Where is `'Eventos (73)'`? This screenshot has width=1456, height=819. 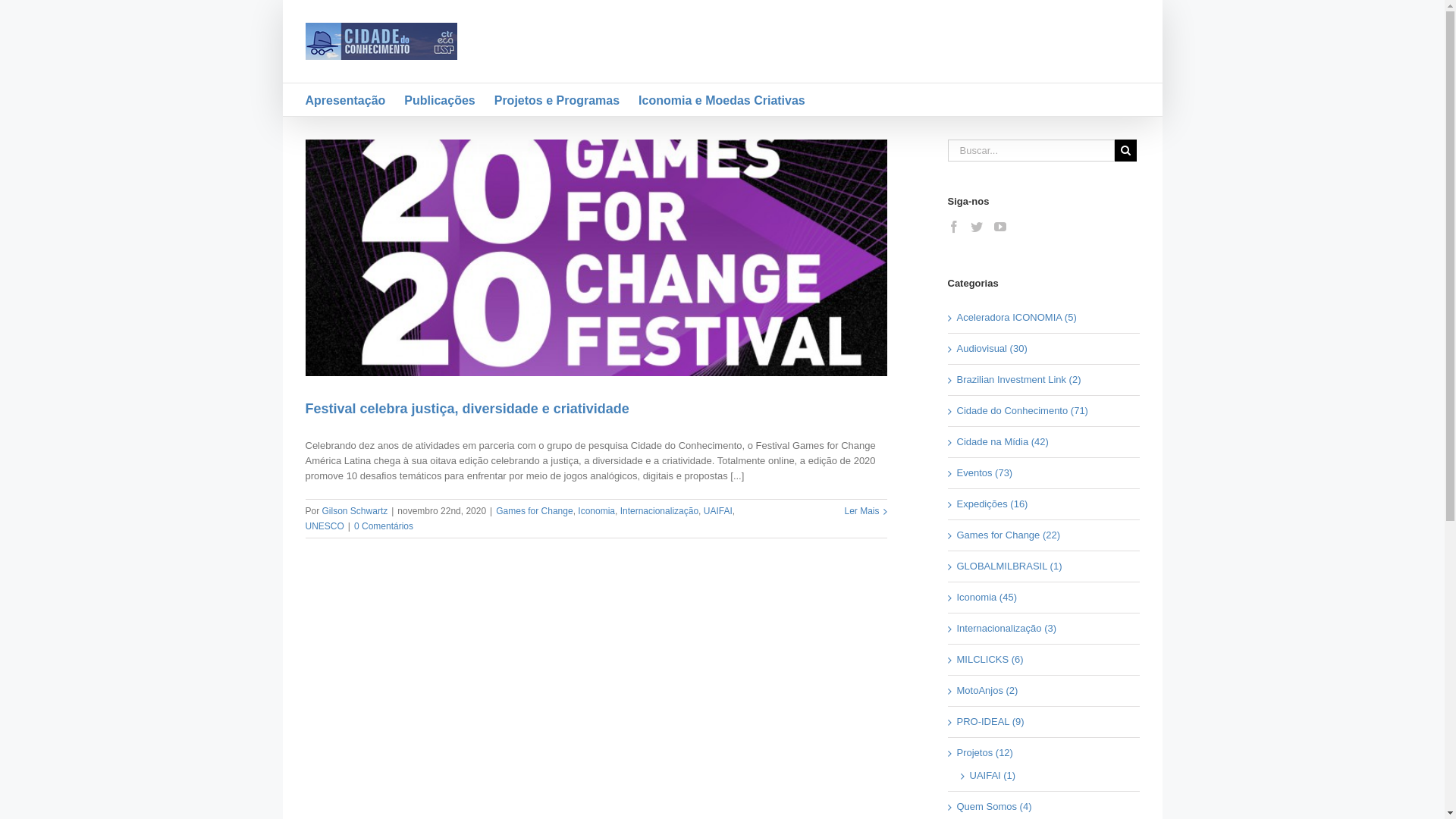 'Eventos (73)' is located at coordinates (956, 472).